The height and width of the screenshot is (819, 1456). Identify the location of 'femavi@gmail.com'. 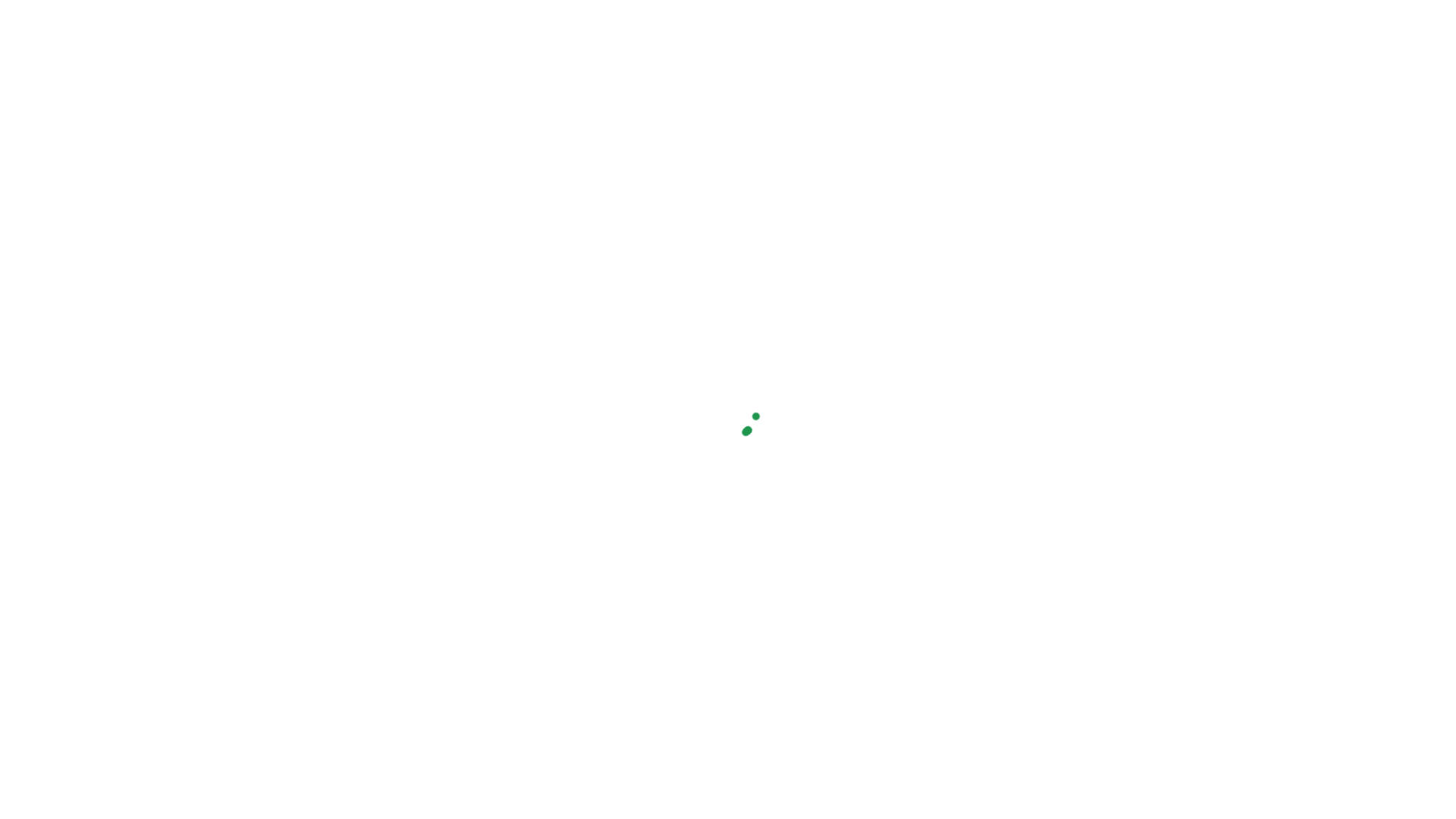
(258, 610).